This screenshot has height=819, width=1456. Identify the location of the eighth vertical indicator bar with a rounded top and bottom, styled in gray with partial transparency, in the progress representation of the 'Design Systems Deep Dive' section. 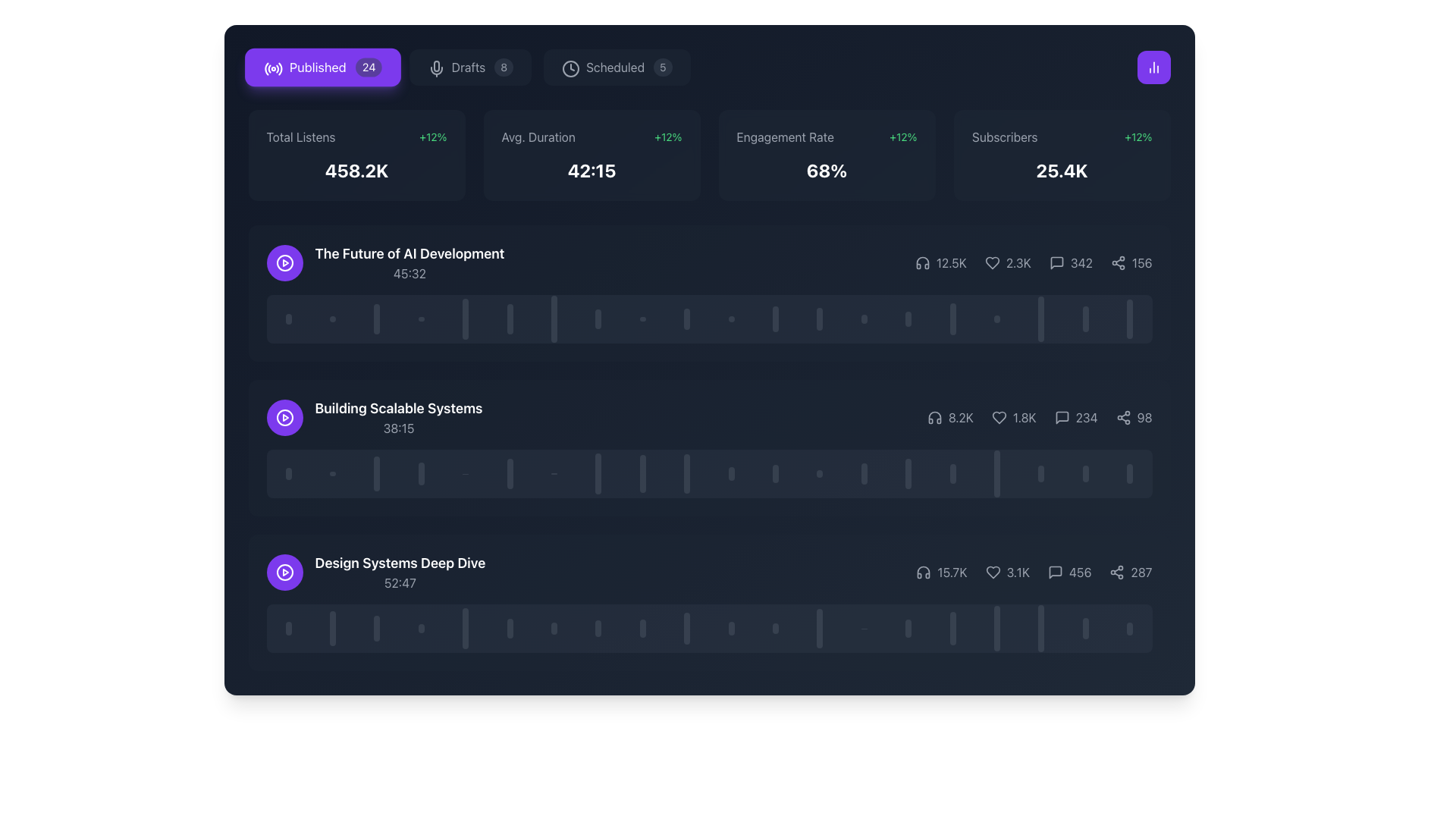
(598, 629).